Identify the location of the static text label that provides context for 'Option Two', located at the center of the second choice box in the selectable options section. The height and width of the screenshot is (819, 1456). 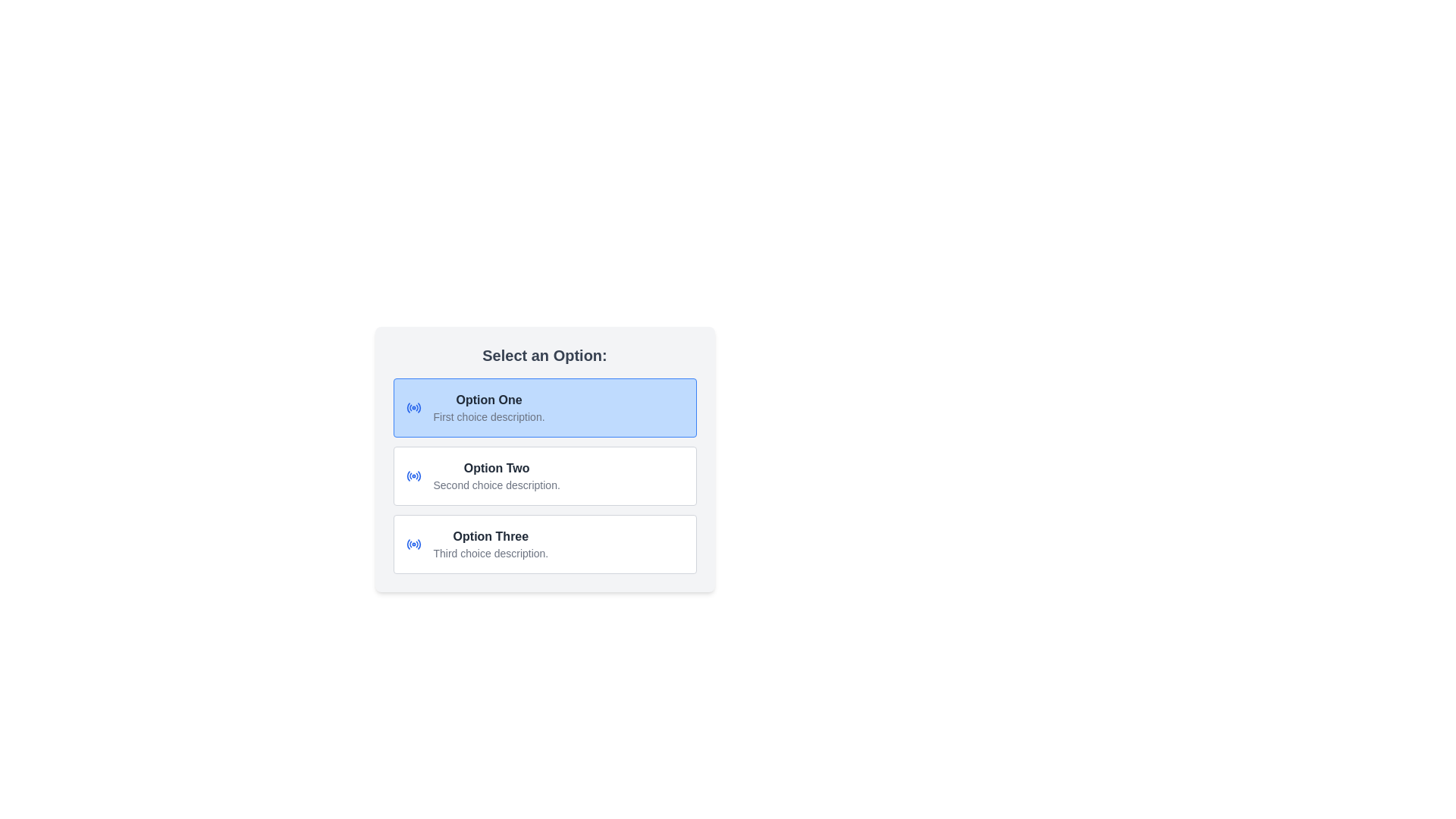
(497, 485).